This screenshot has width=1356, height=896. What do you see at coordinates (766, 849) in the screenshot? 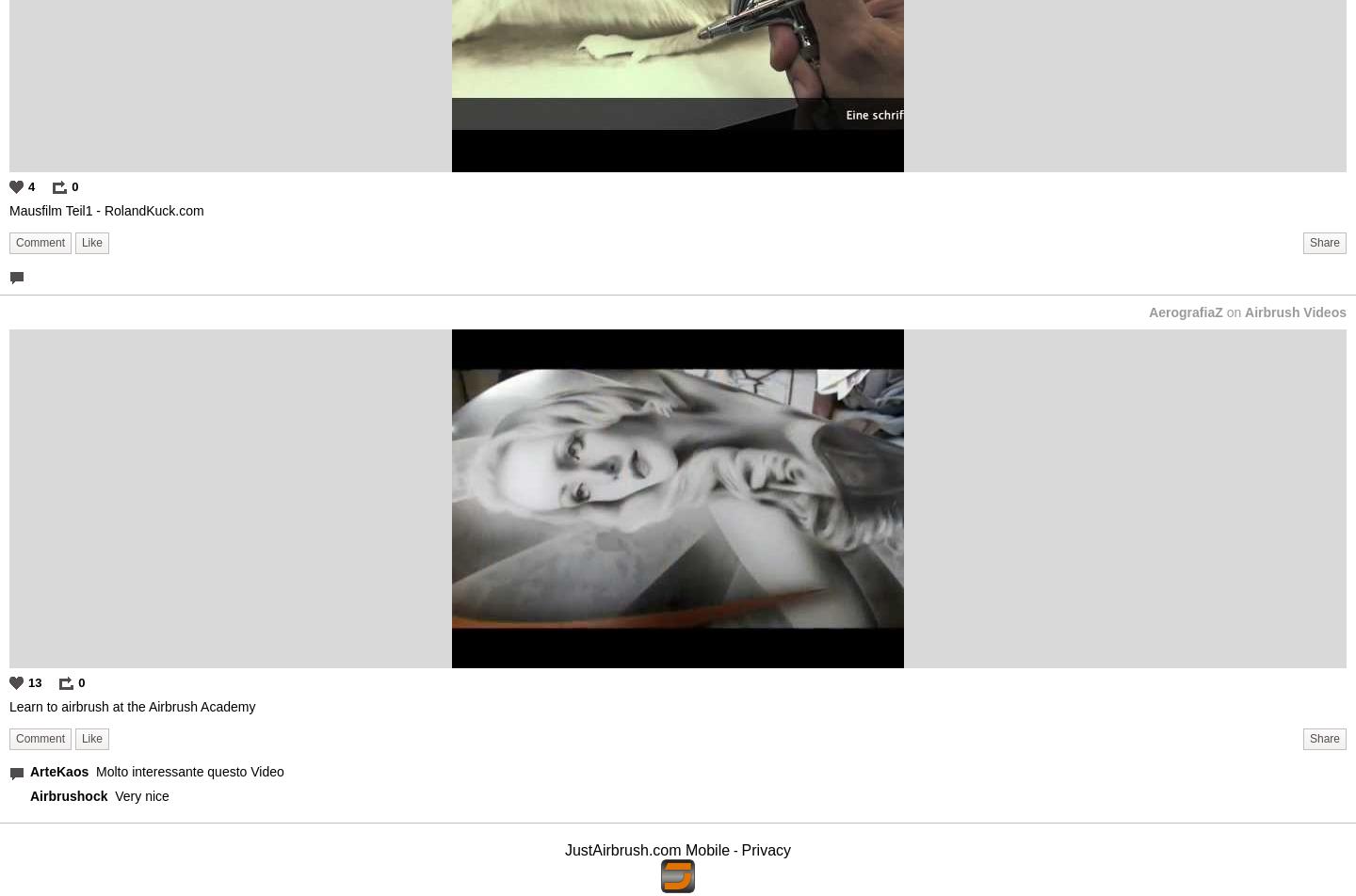
I see `'Privacy'` at bounding box center [766, 849].